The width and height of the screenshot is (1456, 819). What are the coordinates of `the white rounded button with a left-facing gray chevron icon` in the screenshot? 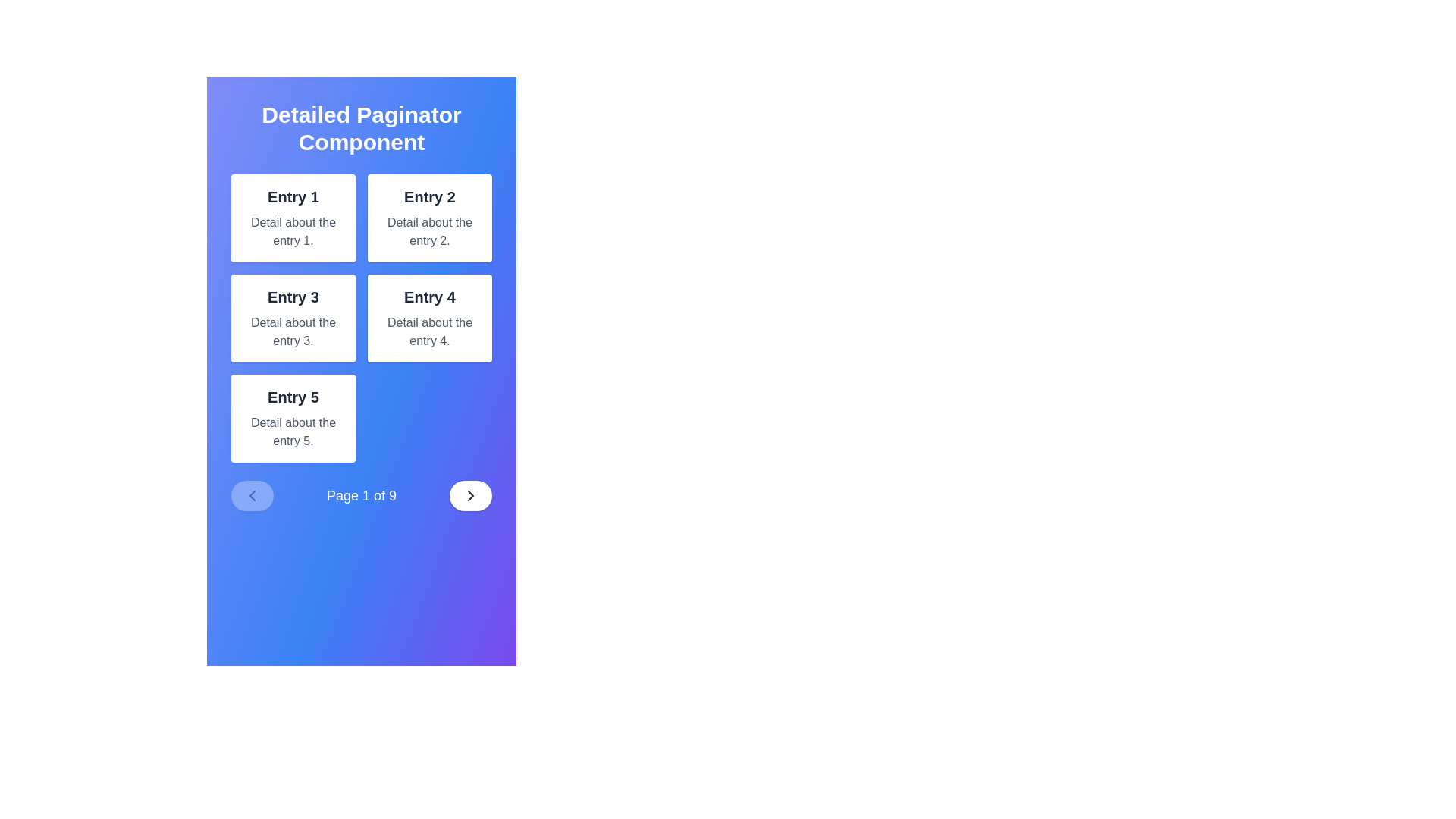 It's located at (252, 496).